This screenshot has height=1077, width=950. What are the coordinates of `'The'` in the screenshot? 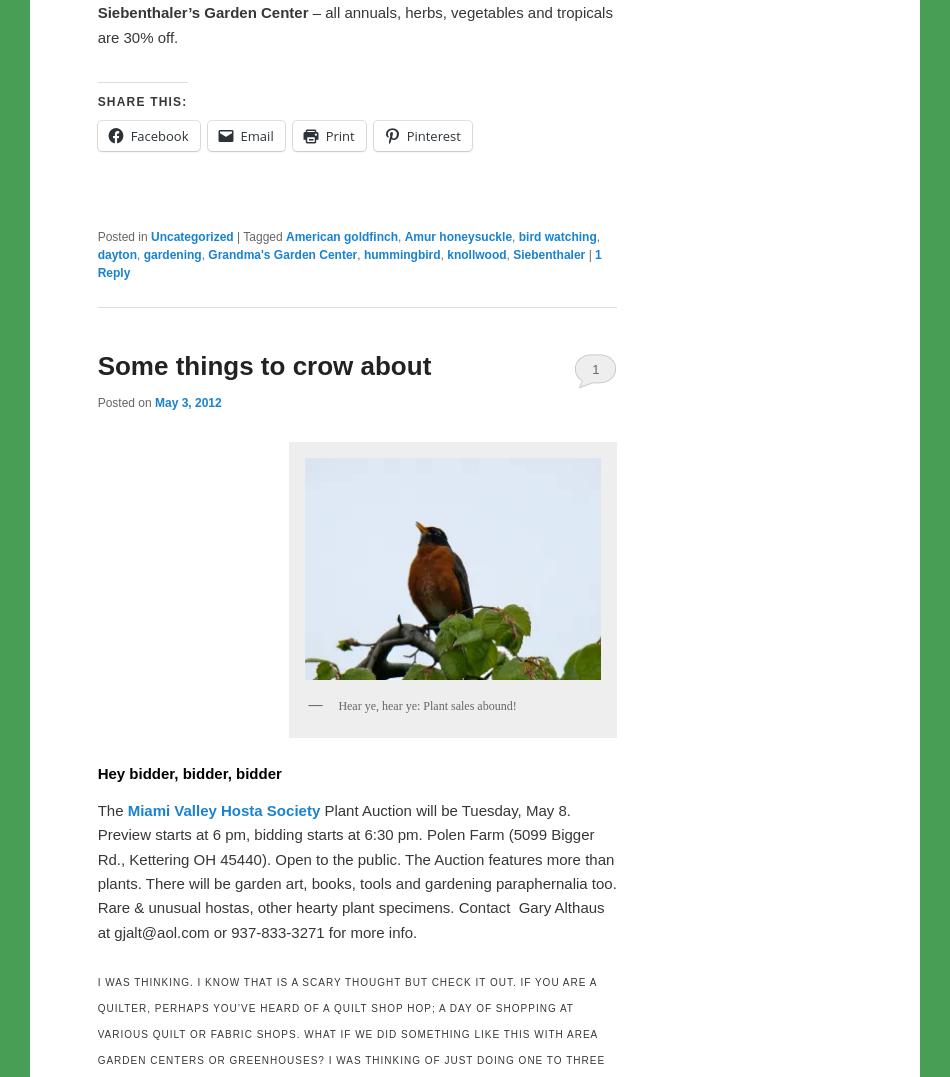 It's located at (112, 809).